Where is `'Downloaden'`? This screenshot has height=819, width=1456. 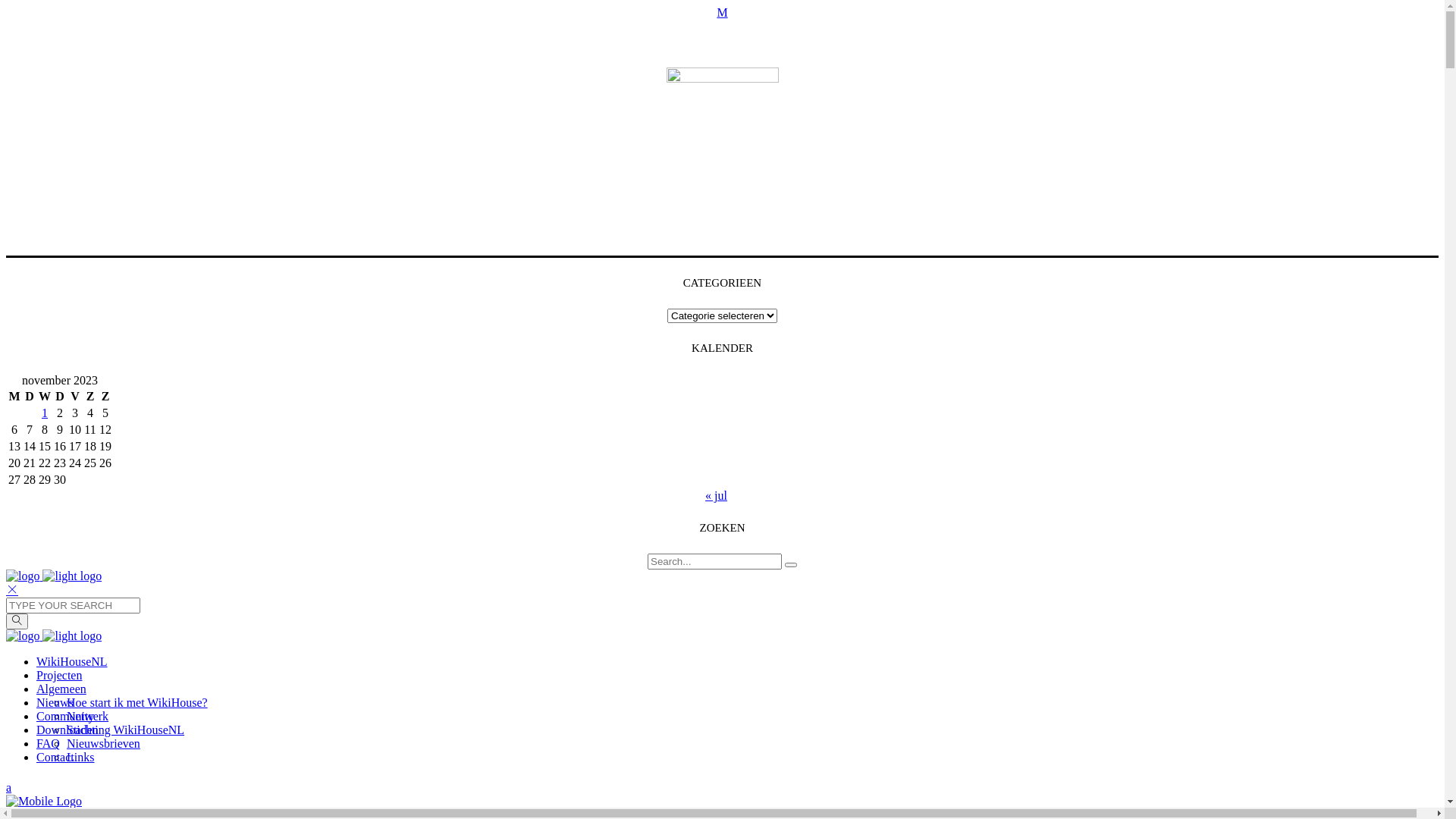
'Downloaden' is located at coordinates (67, 729).